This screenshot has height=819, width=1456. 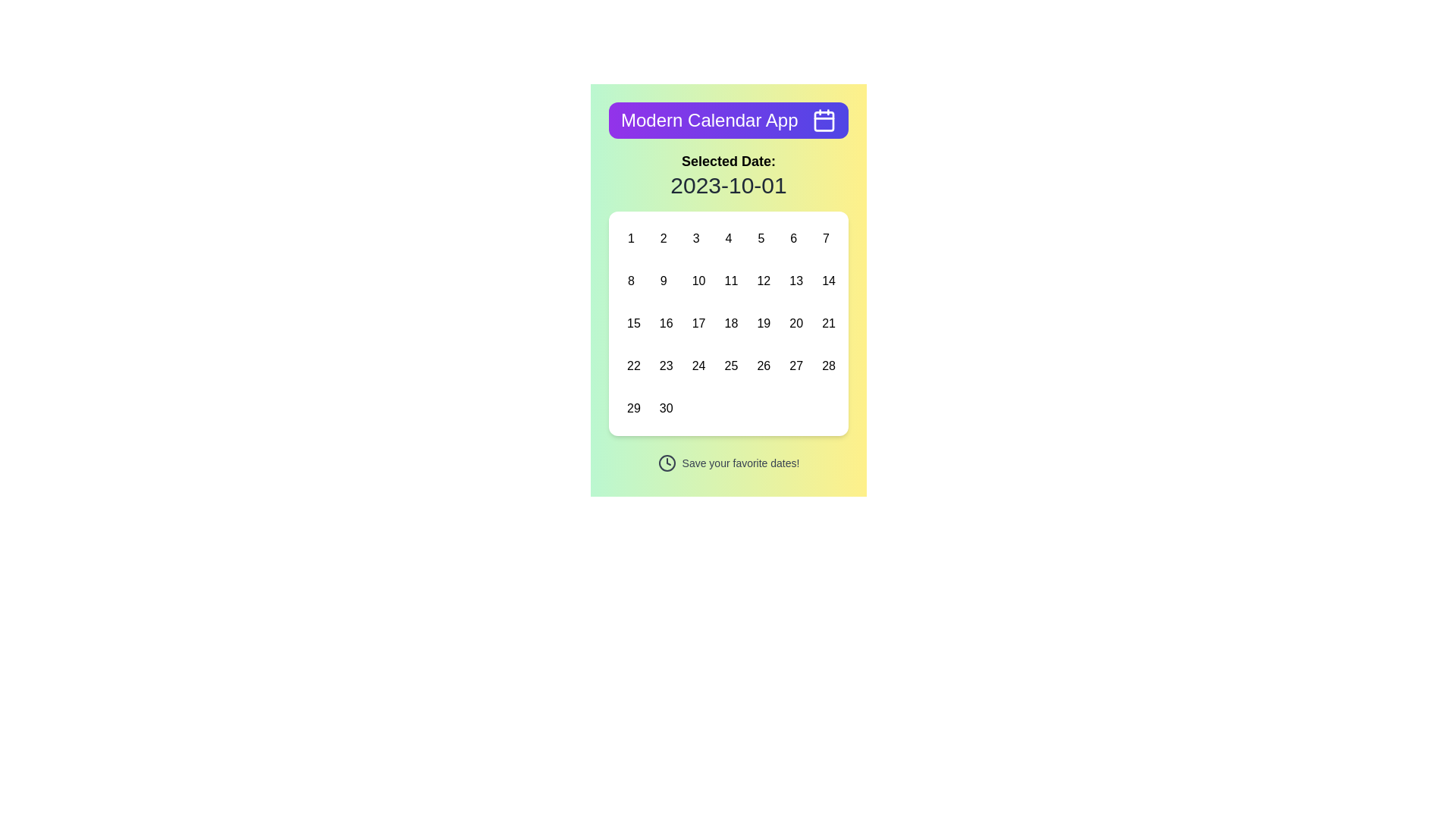 What do you see at coordinates (761, 366) in the screenshot?
I see `the rectangular button labeled '26' in the calendar interface` at bounding box center [761, 366].